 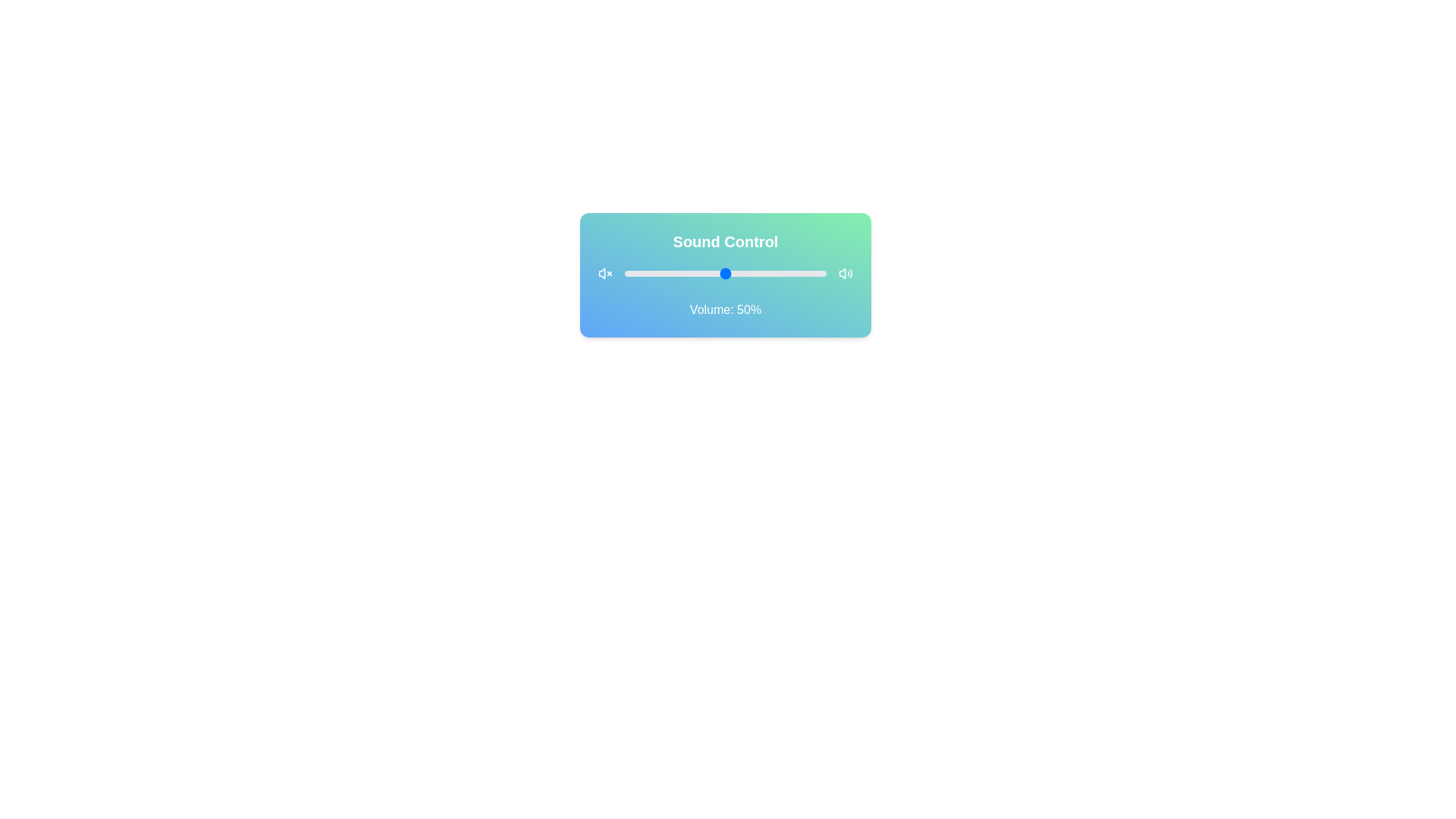 I want to click on the volume, so click(x=724, y=274).